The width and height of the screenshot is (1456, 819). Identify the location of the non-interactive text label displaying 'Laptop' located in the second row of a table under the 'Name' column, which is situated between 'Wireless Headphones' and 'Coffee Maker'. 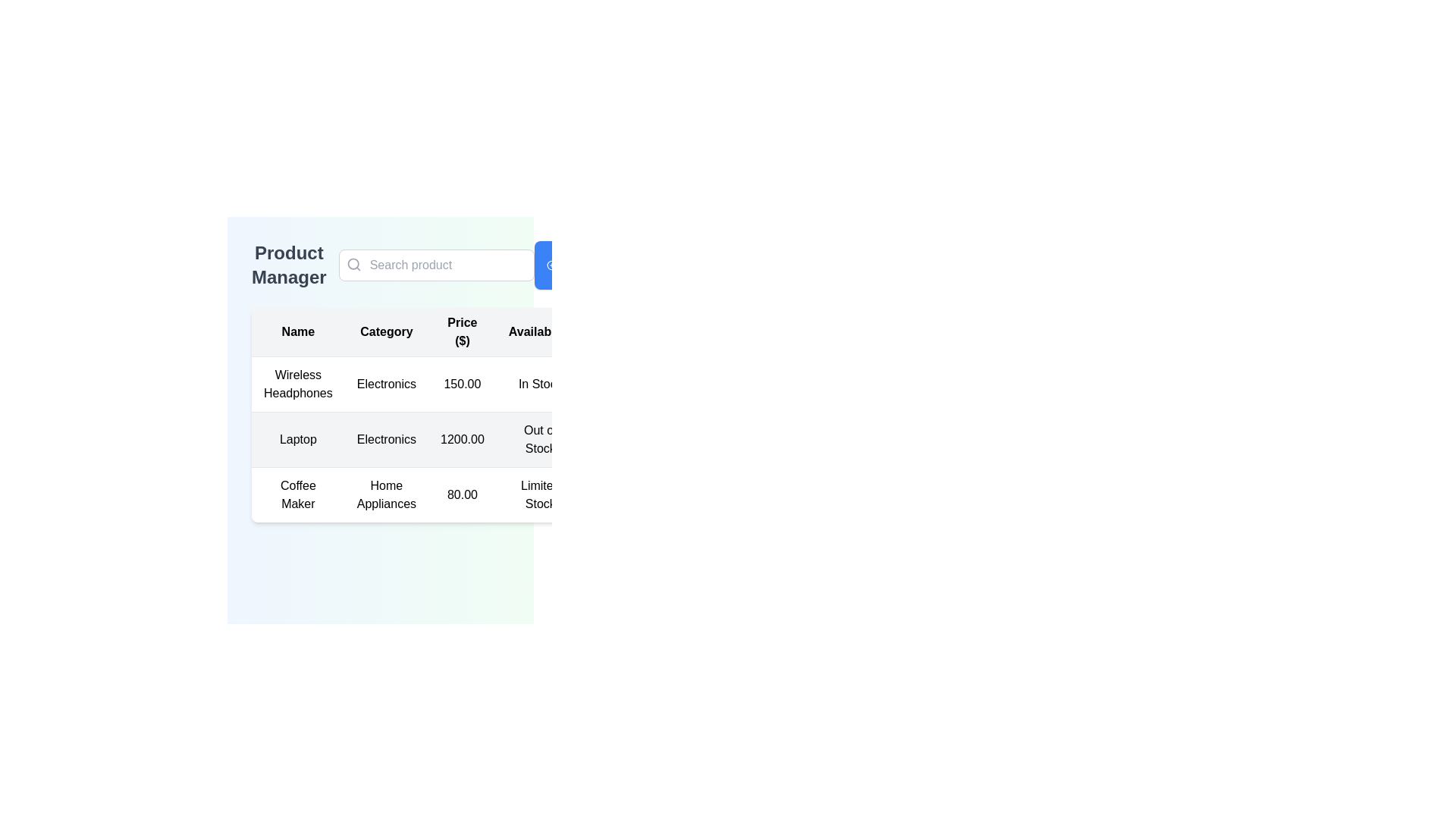
(298, 439).